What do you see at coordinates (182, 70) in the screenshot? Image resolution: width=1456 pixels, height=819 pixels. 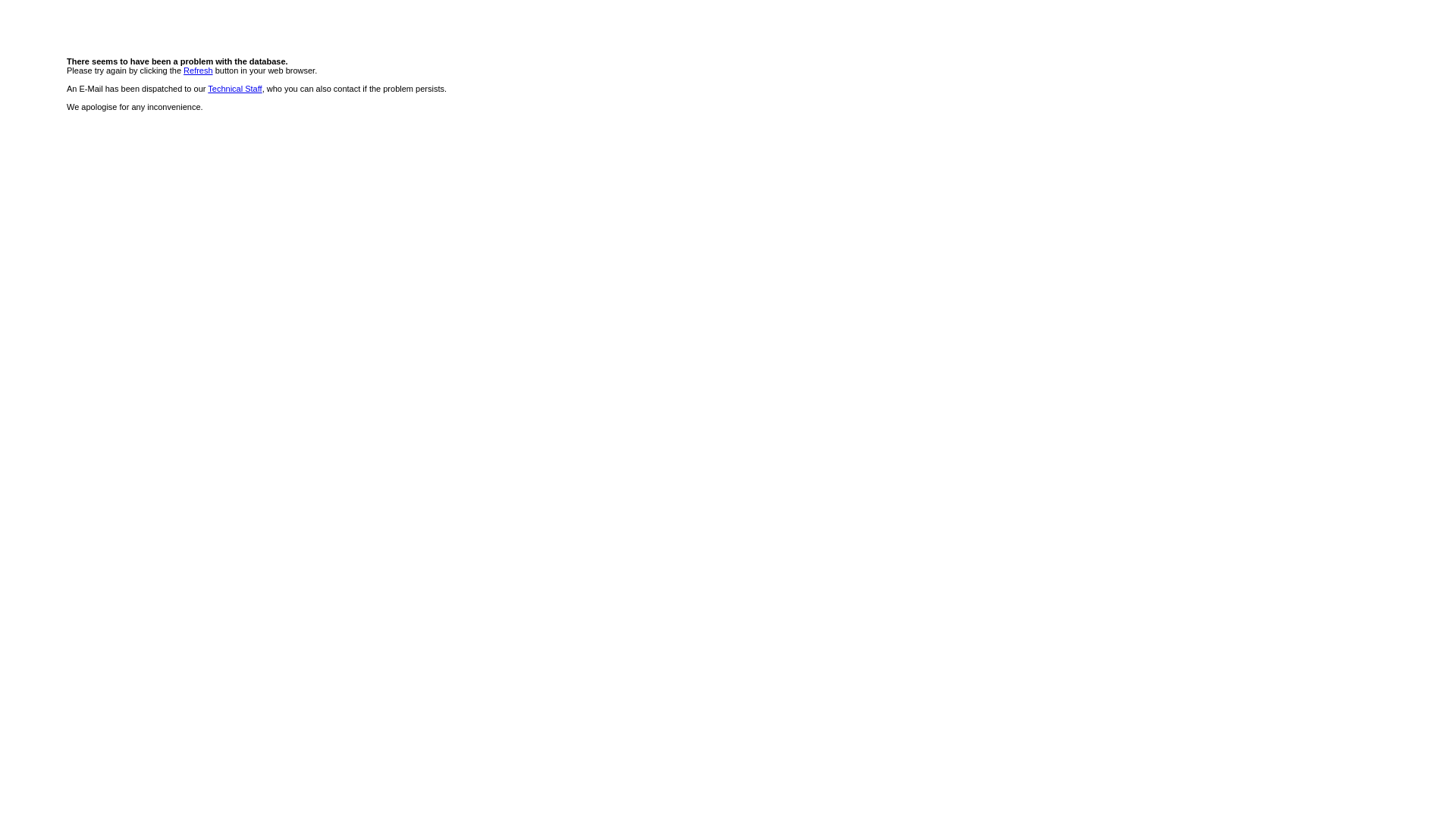 I see `'Refresh'` at bounding box center [182, 70].